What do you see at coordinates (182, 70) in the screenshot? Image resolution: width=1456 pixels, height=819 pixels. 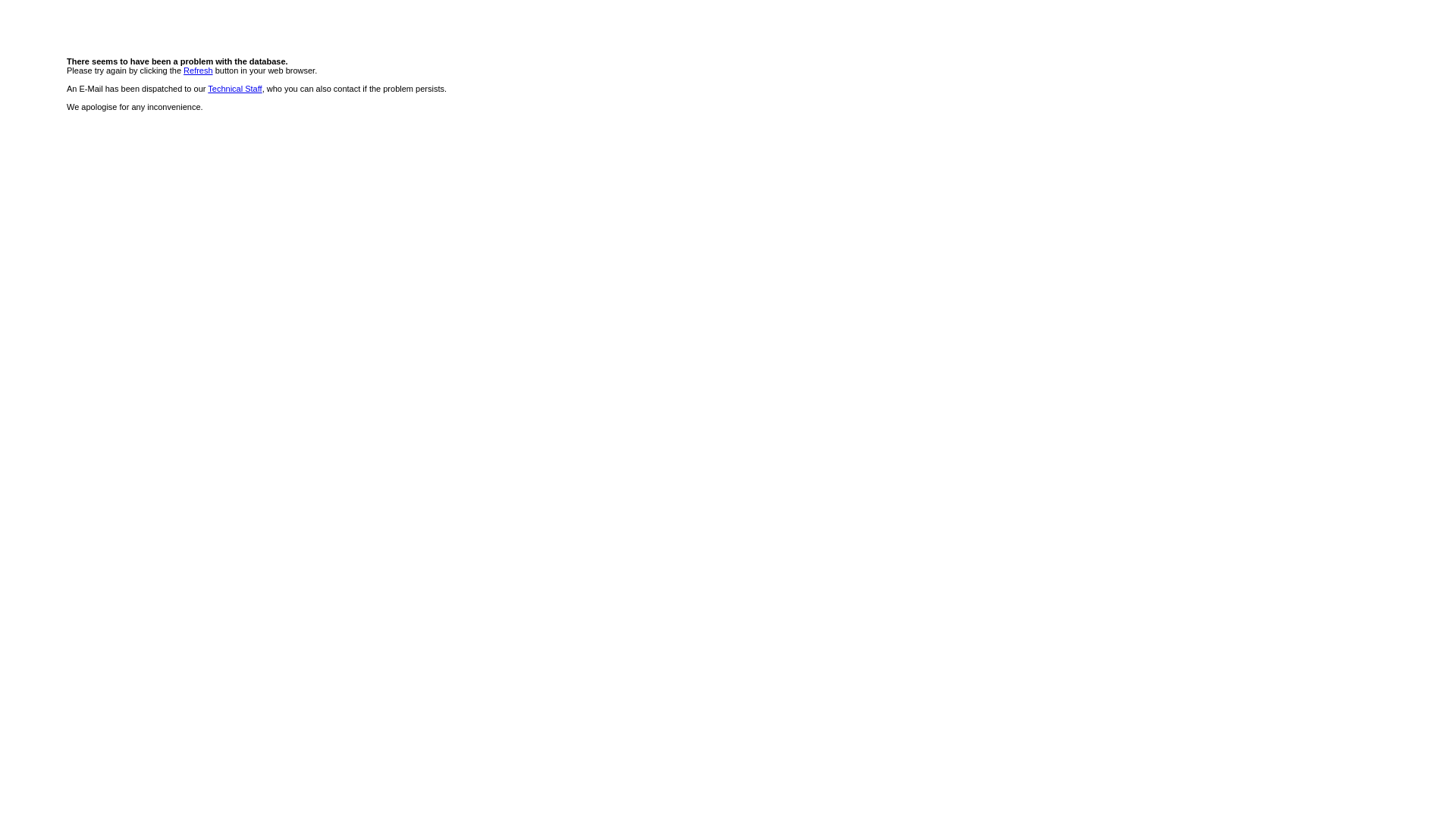 I see `'Refresh'` at bounding box center [182, 70].